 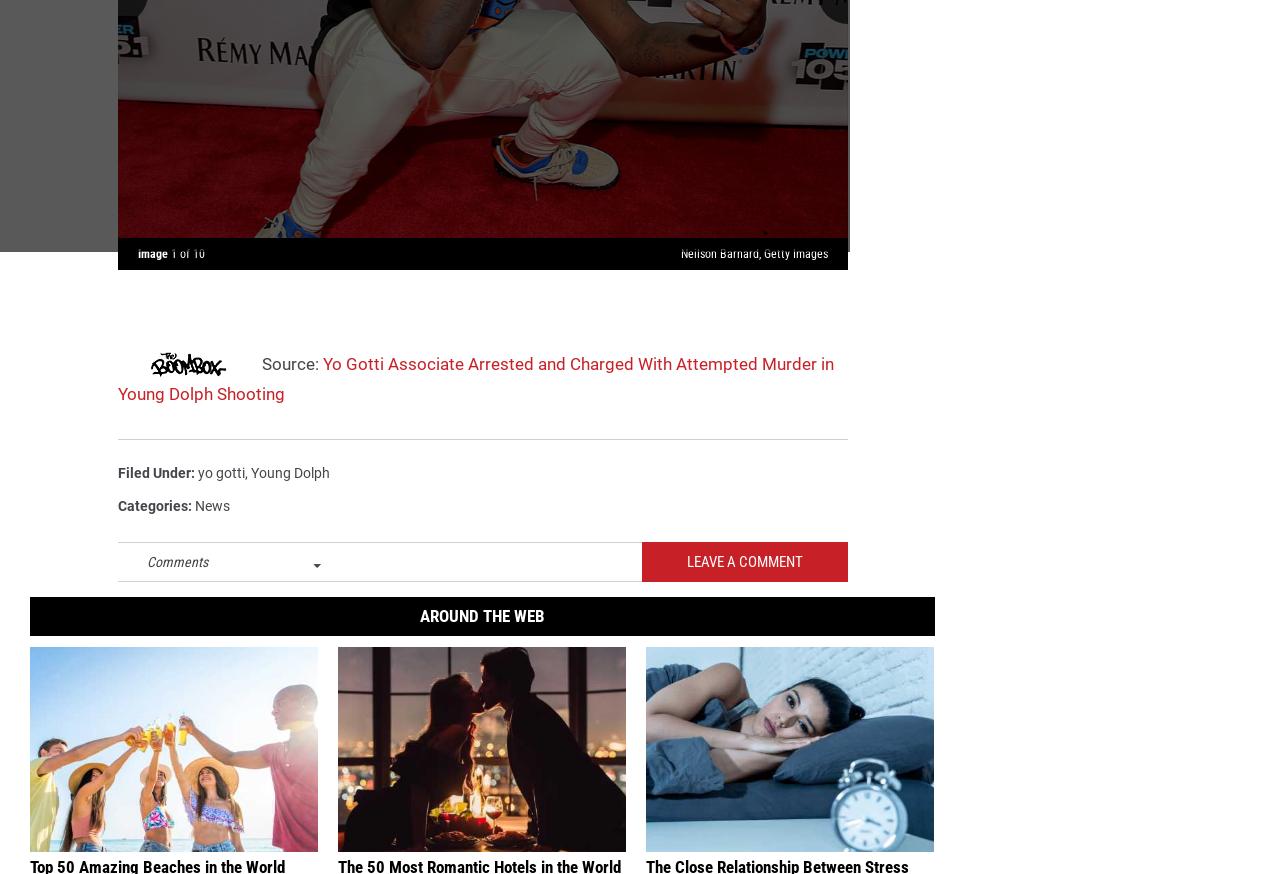 I want to click on 'Neilson Barnard, Getty Images', so click(x=754, y=262).